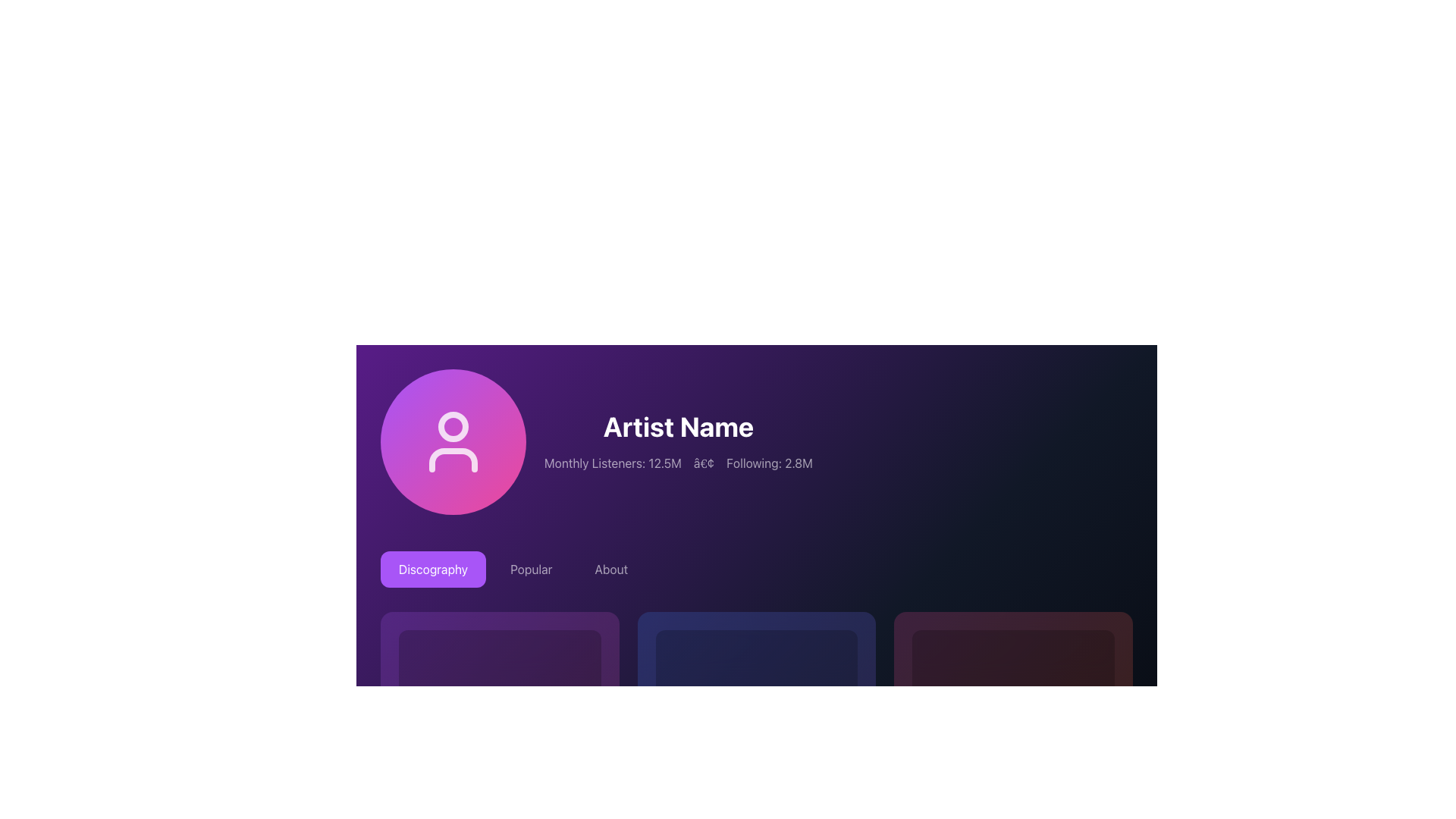 The height and width of the screenshot is (819, 1456). Describe the element at coordinates (757, 570) in the screenshot. I see `the 'About' tab in the Tab navigation menu` at that location.